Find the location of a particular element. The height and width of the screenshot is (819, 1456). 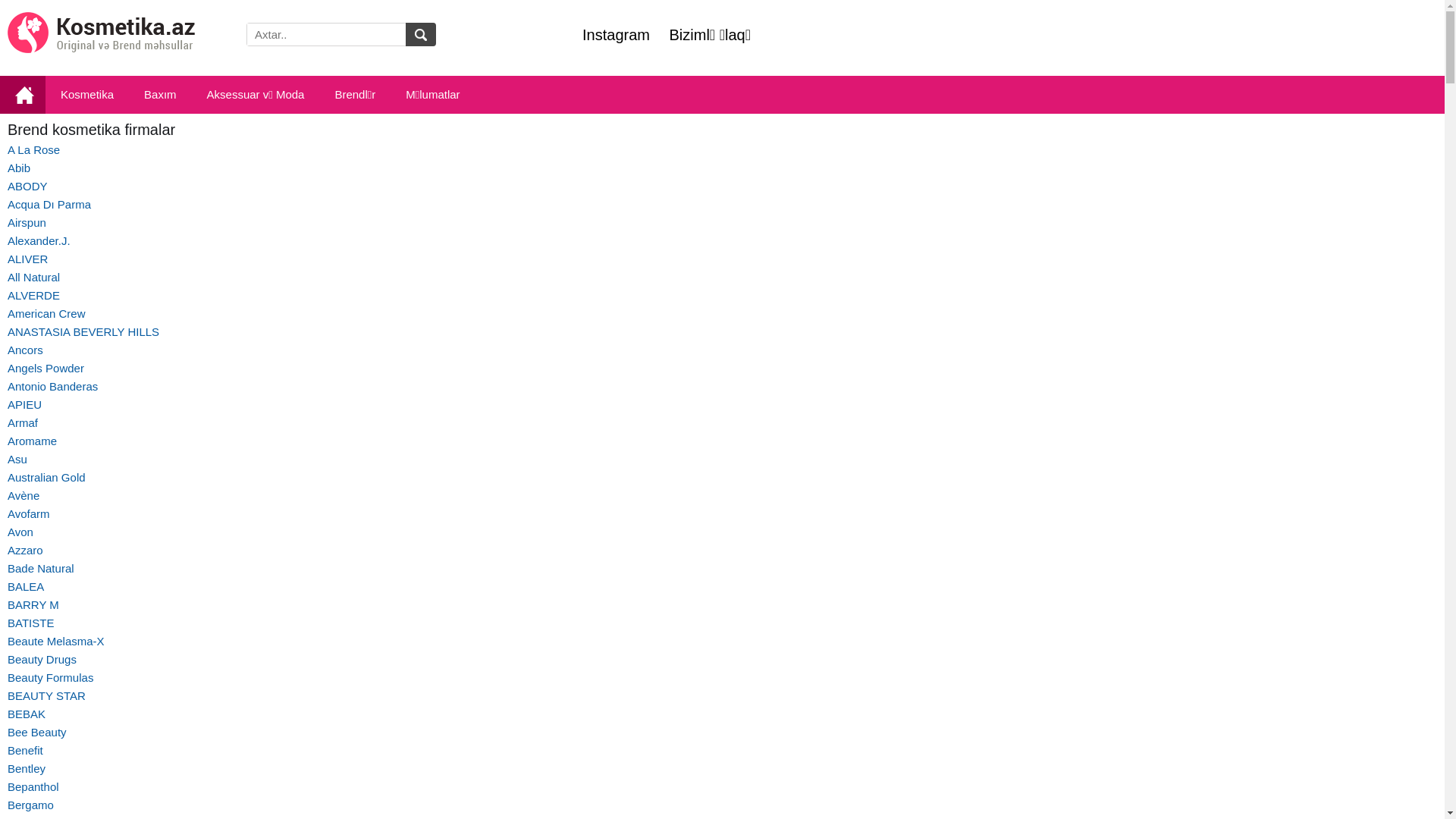

'Beauty Drugs' is located at coordinates (7, 658).